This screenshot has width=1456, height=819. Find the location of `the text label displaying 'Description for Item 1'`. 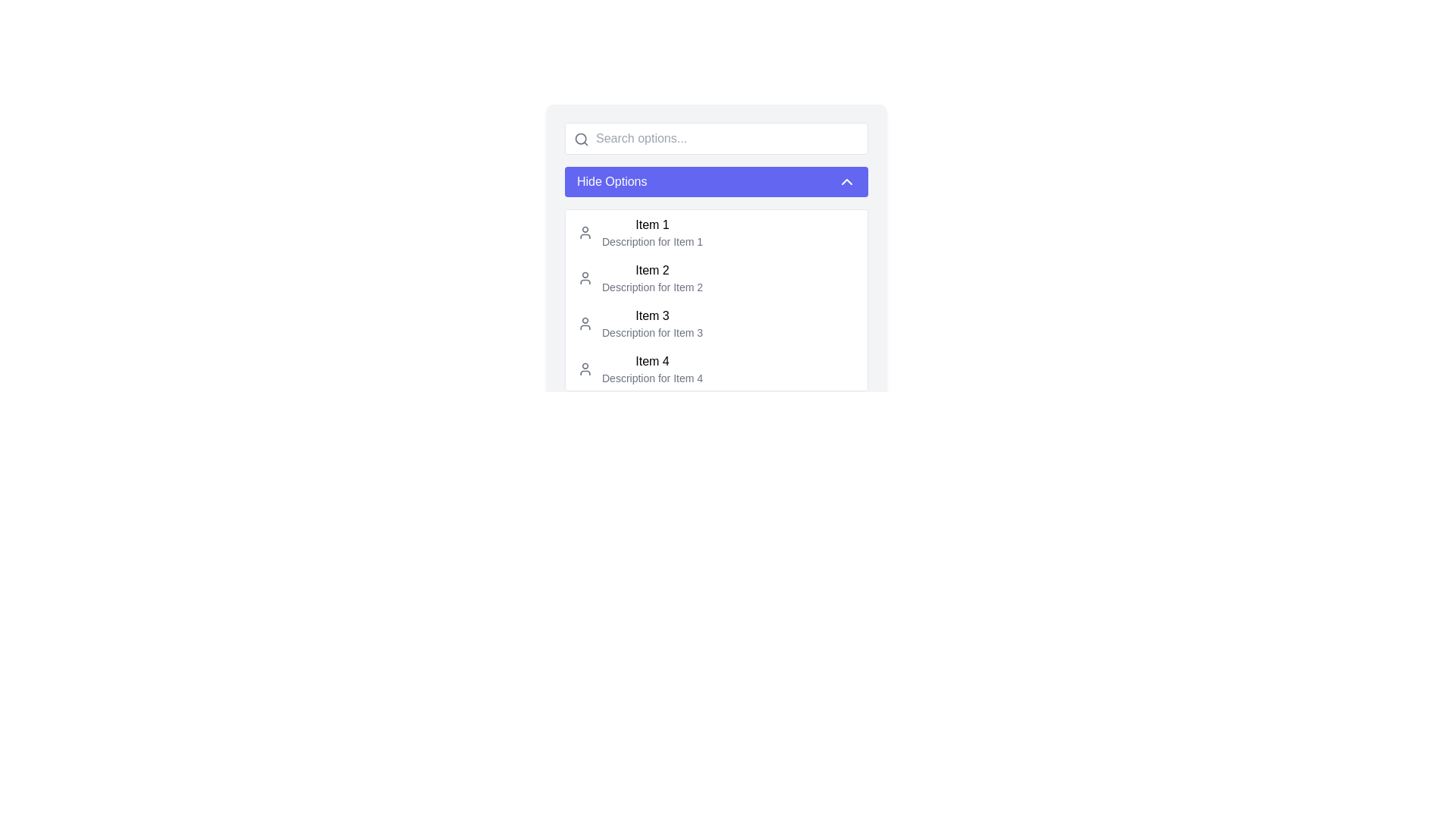

the text label displaying 'Description for Item 1' is located at coordinates (652, 241).